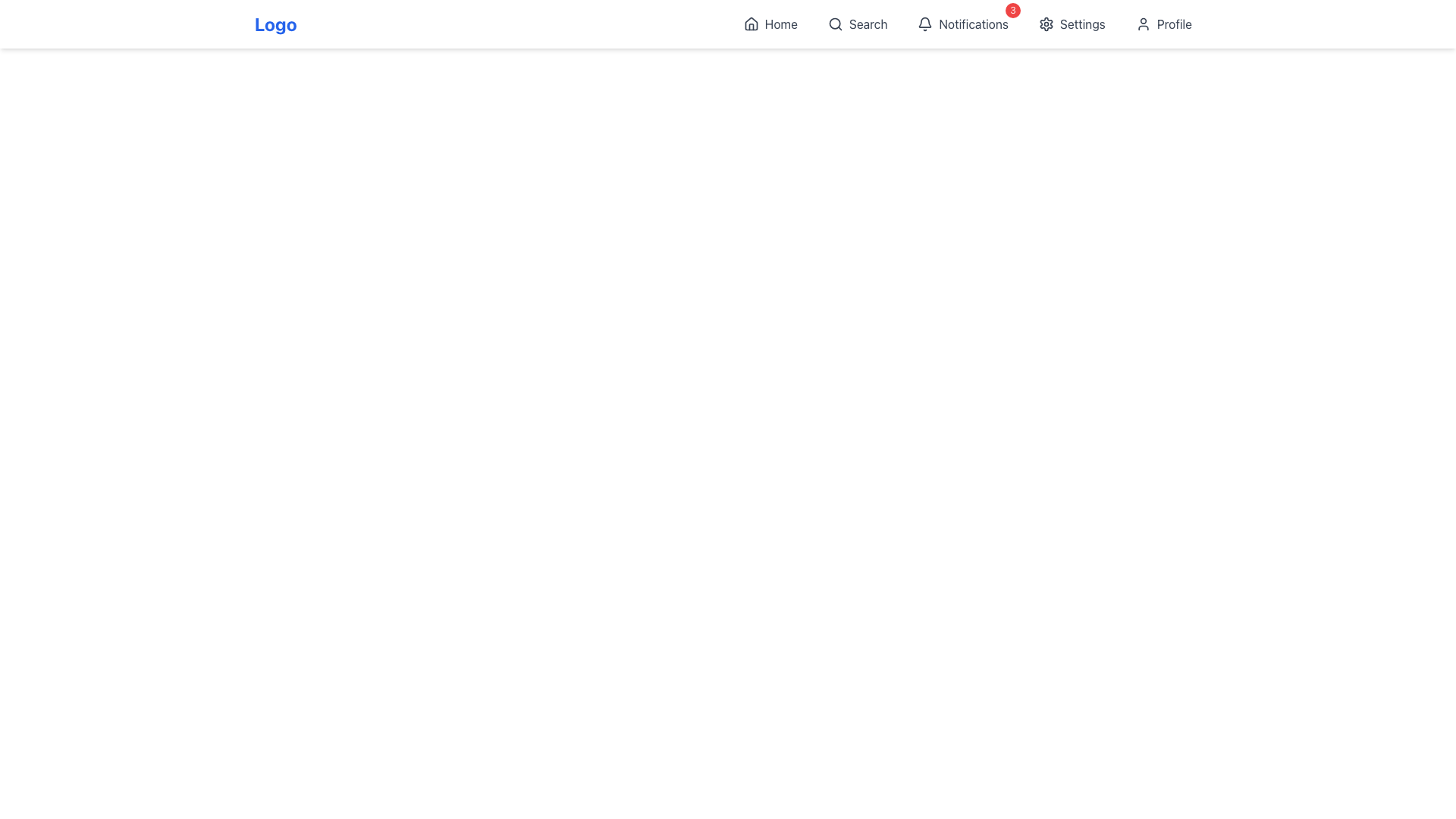 The height and width of the screenshot is (819, 1456). What do you see at coordinates (924, 22) in the screenshot?
I see `the bell-shaped notification icon located in the navigation bar at the upper-right area of the interface` at bounding box center [924, 22].